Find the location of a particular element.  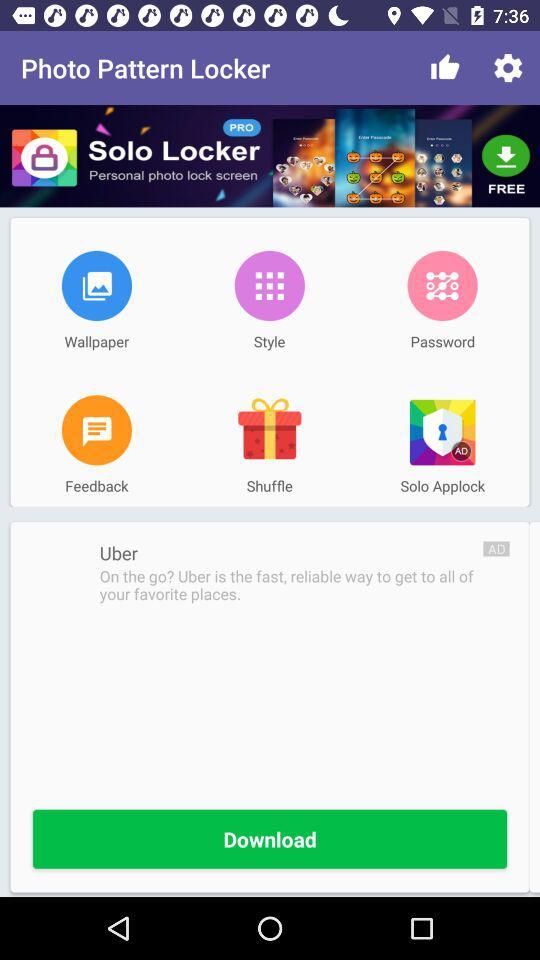

the icon below wallpaper item is located at coordinates (95, 430).